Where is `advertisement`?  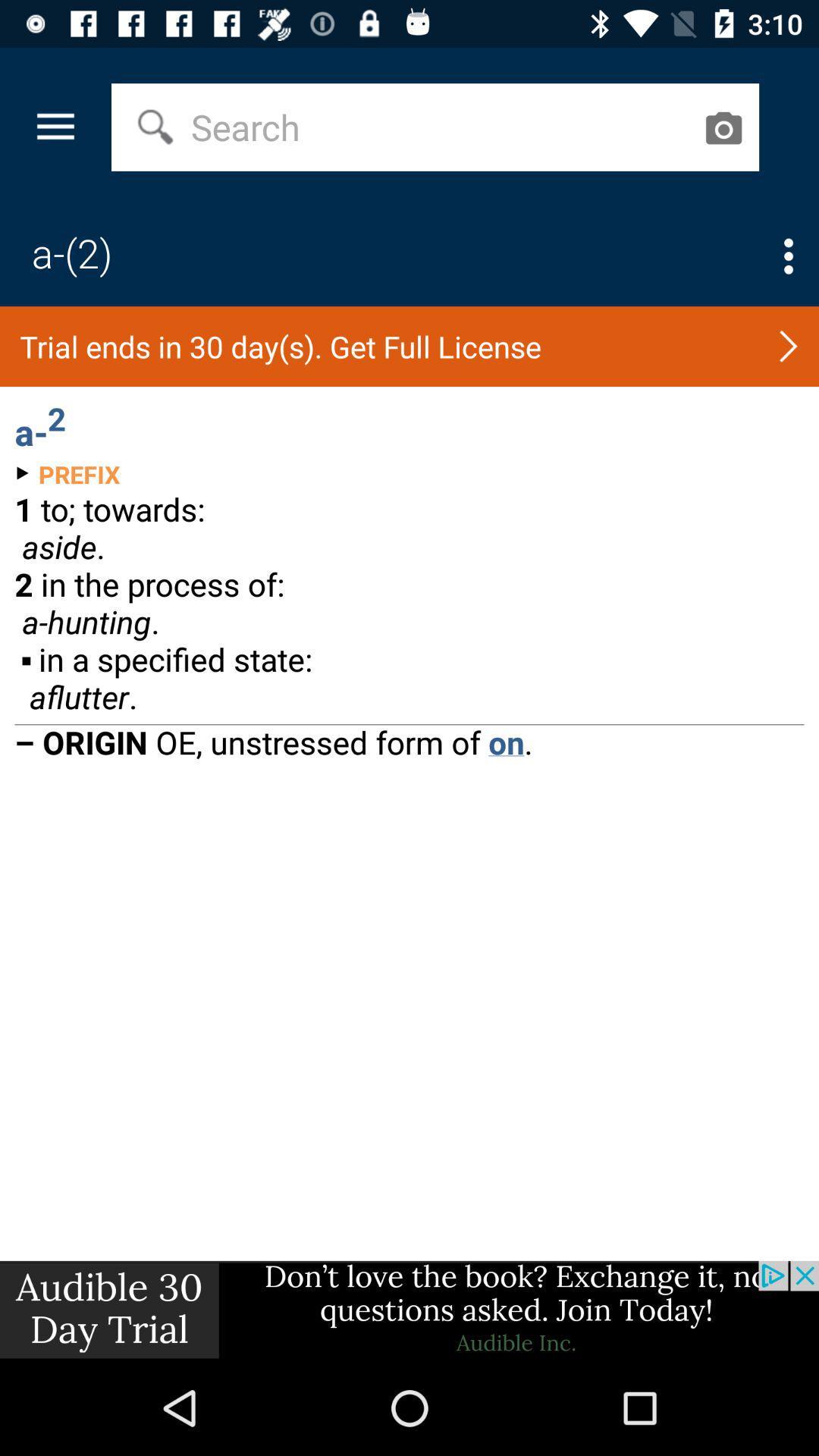 advertisement is located at coordinates (409, 1310).